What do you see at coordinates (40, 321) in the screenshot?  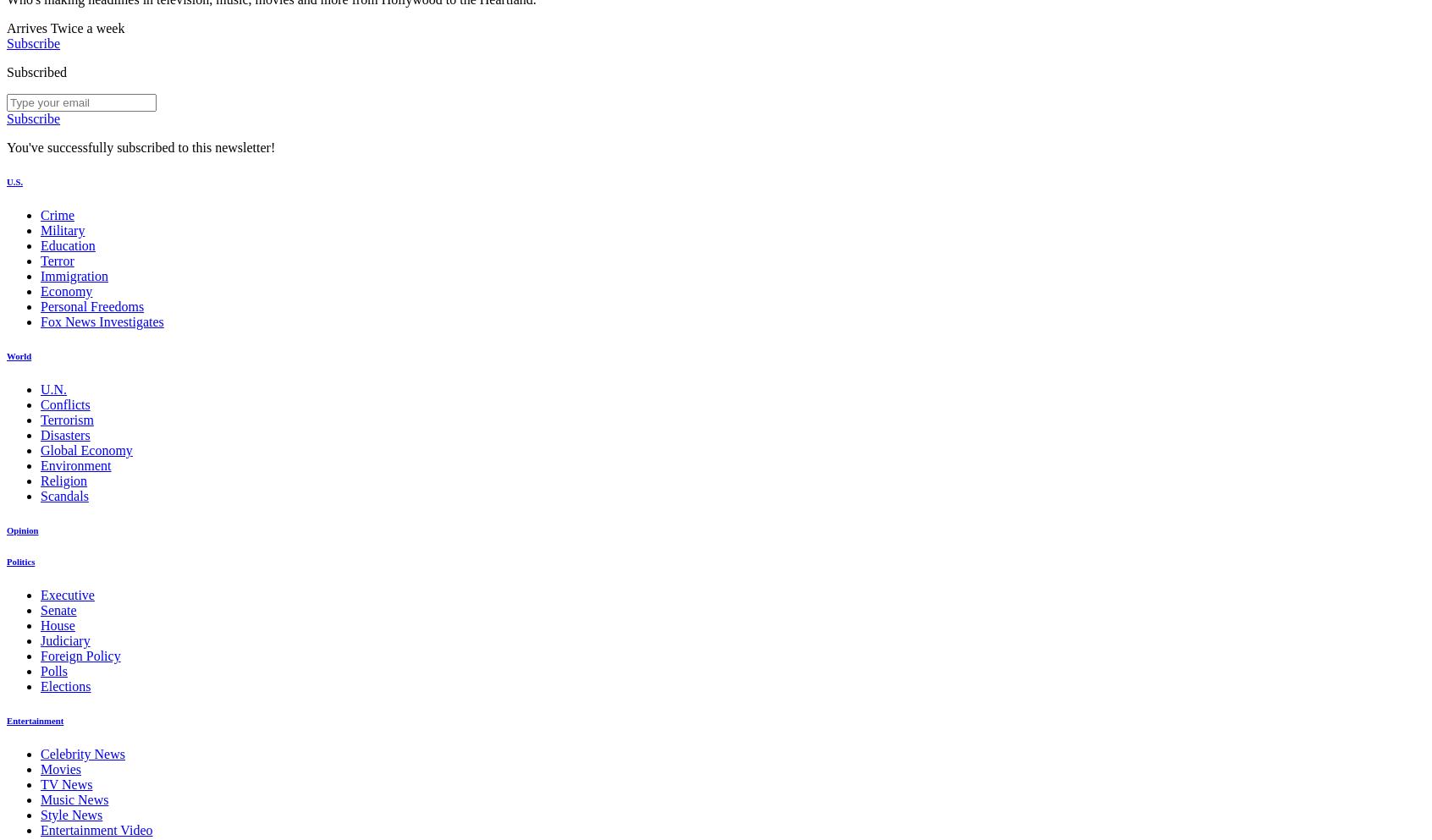 I see `'Fox News Investigates'` at bounding box center [40, 321].